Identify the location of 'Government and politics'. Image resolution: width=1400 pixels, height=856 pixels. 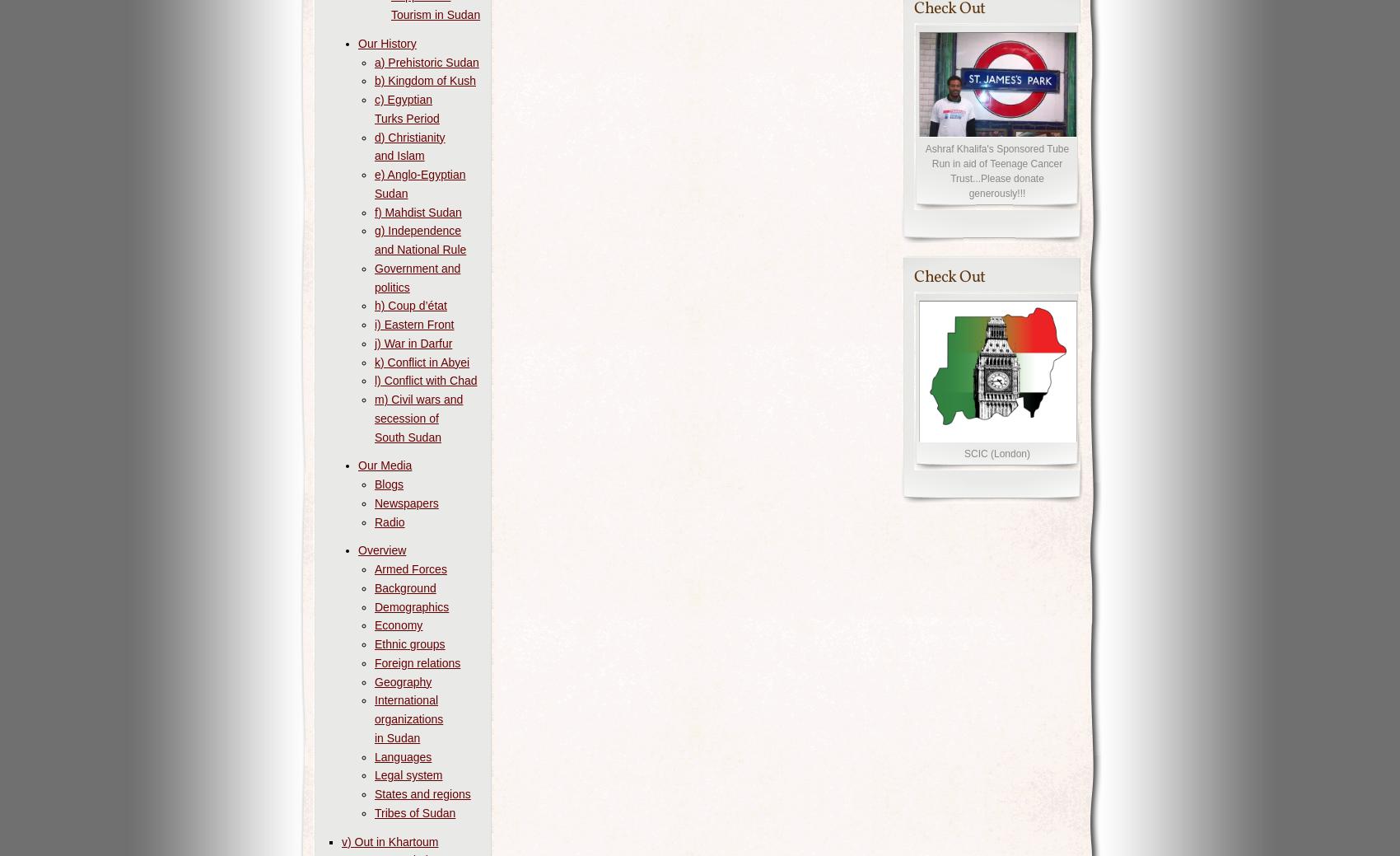
(417, 277).